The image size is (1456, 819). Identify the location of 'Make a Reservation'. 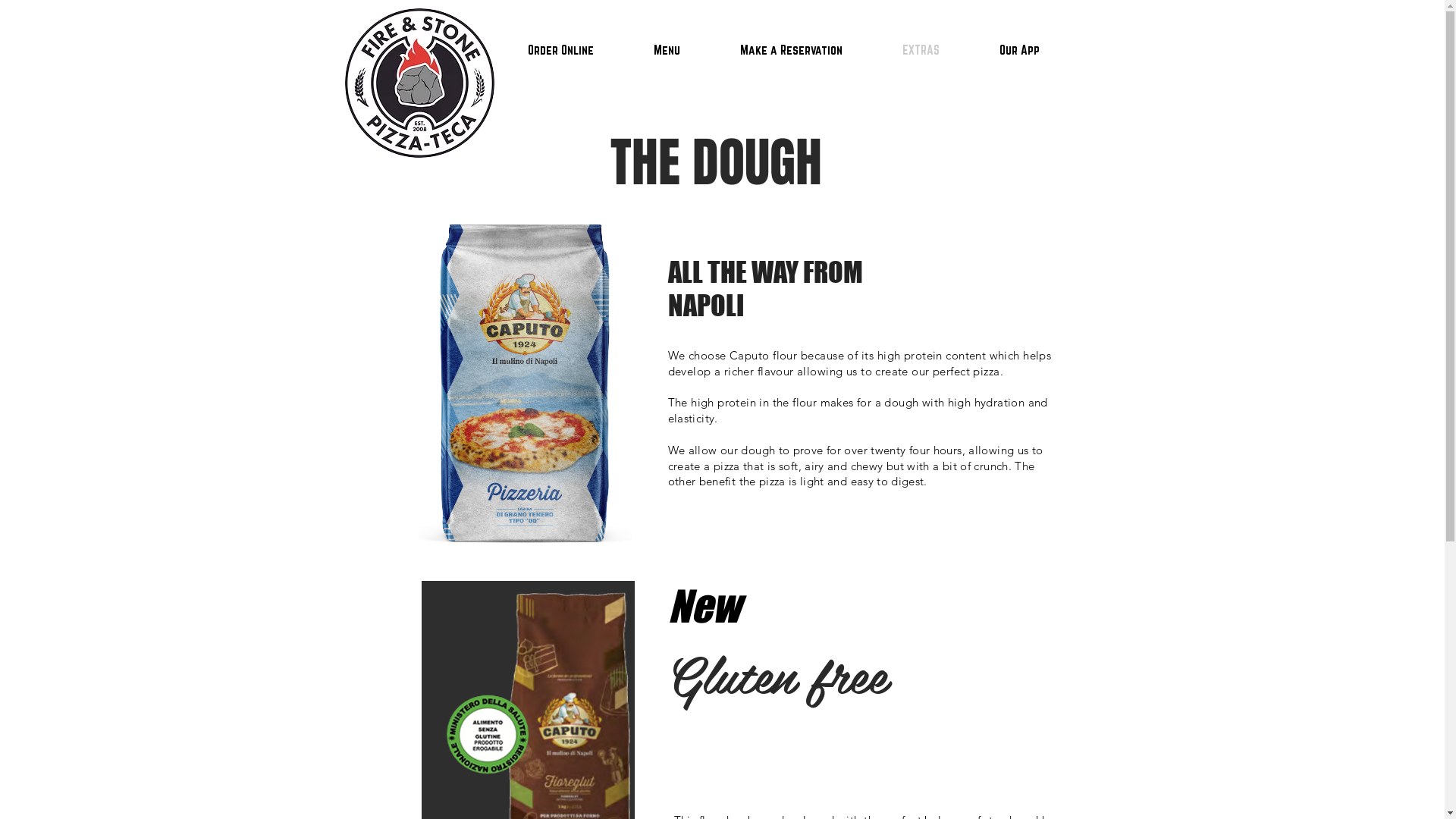
(789, 49).